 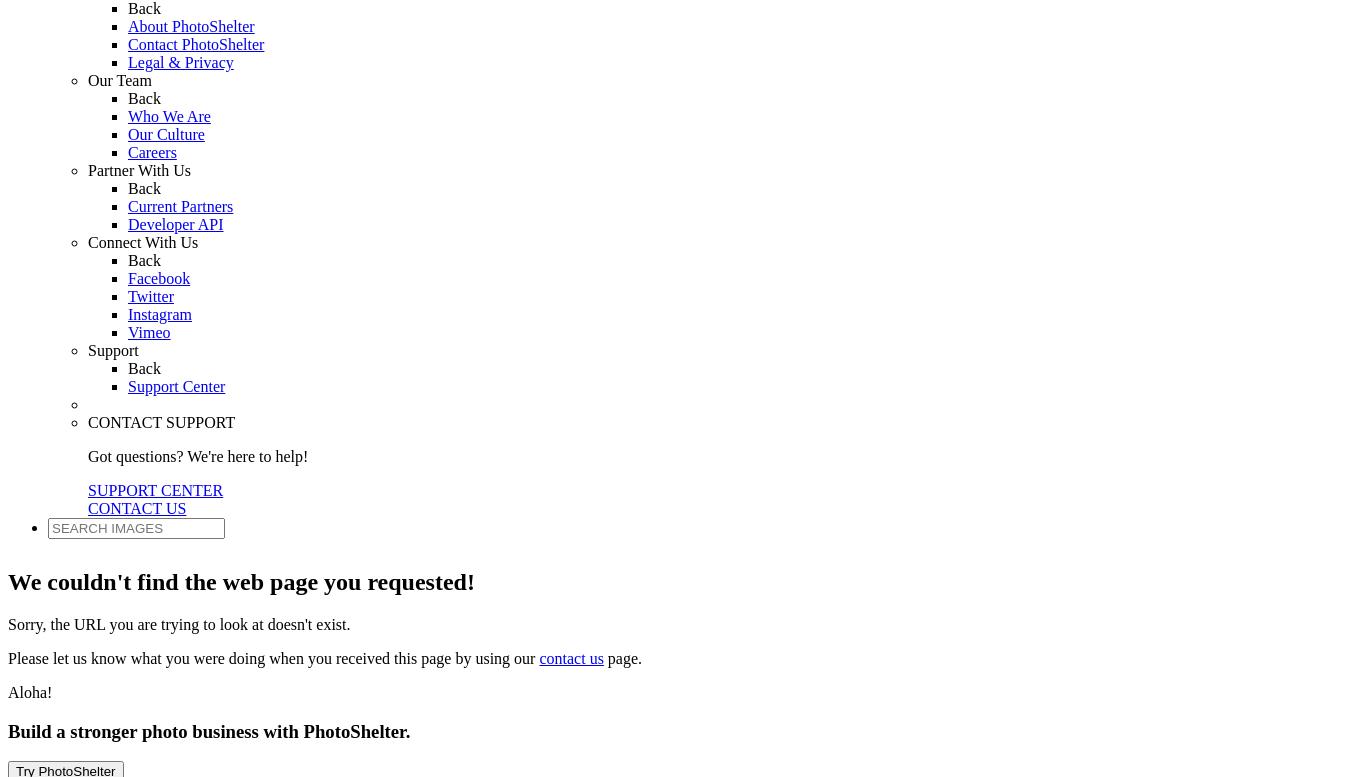 I want to click on 'Vimeo', so click(x=148, y=330).